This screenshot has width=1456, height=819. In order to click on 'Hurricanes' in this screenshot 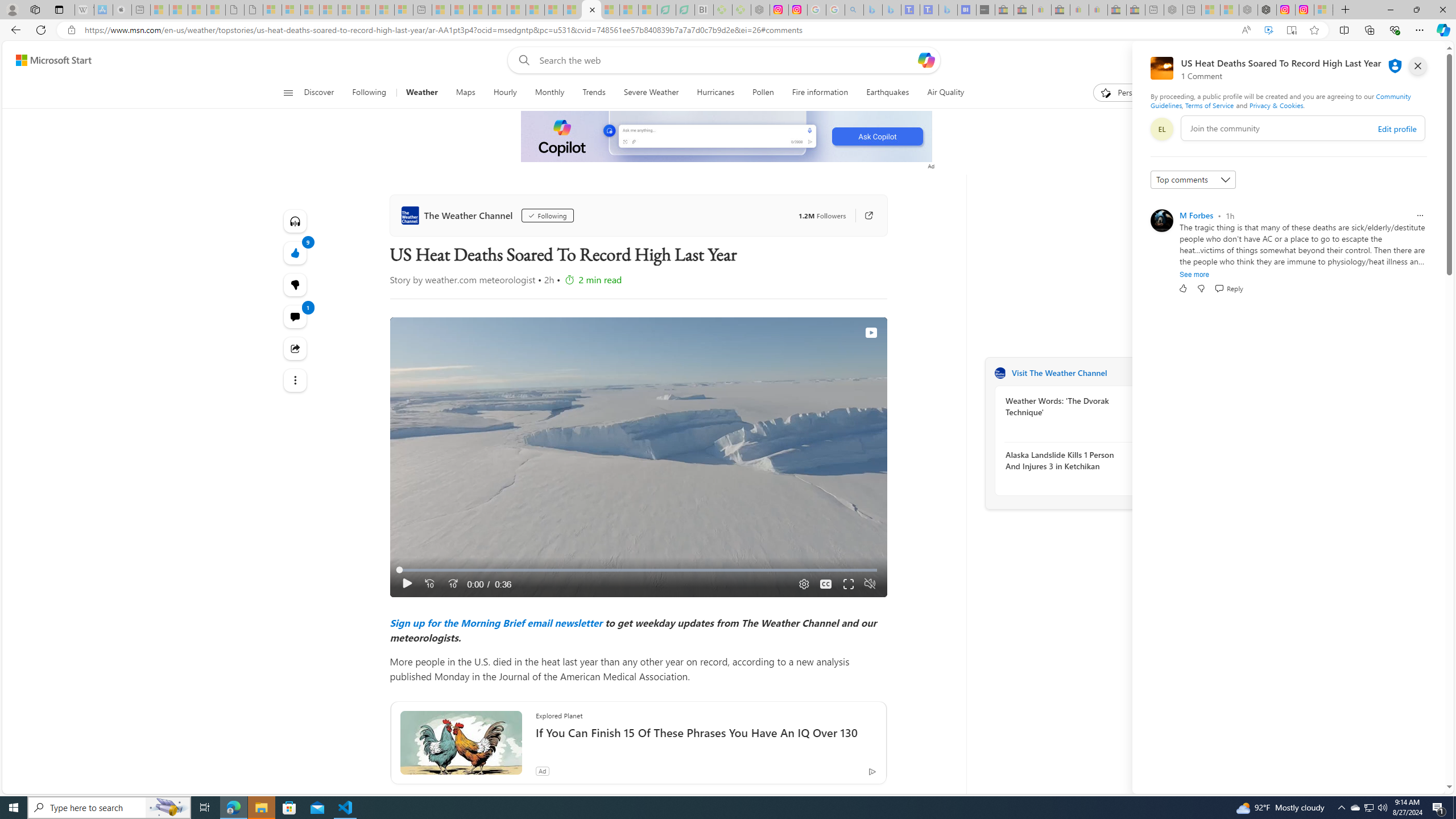, I will do `click(716, 92)`.